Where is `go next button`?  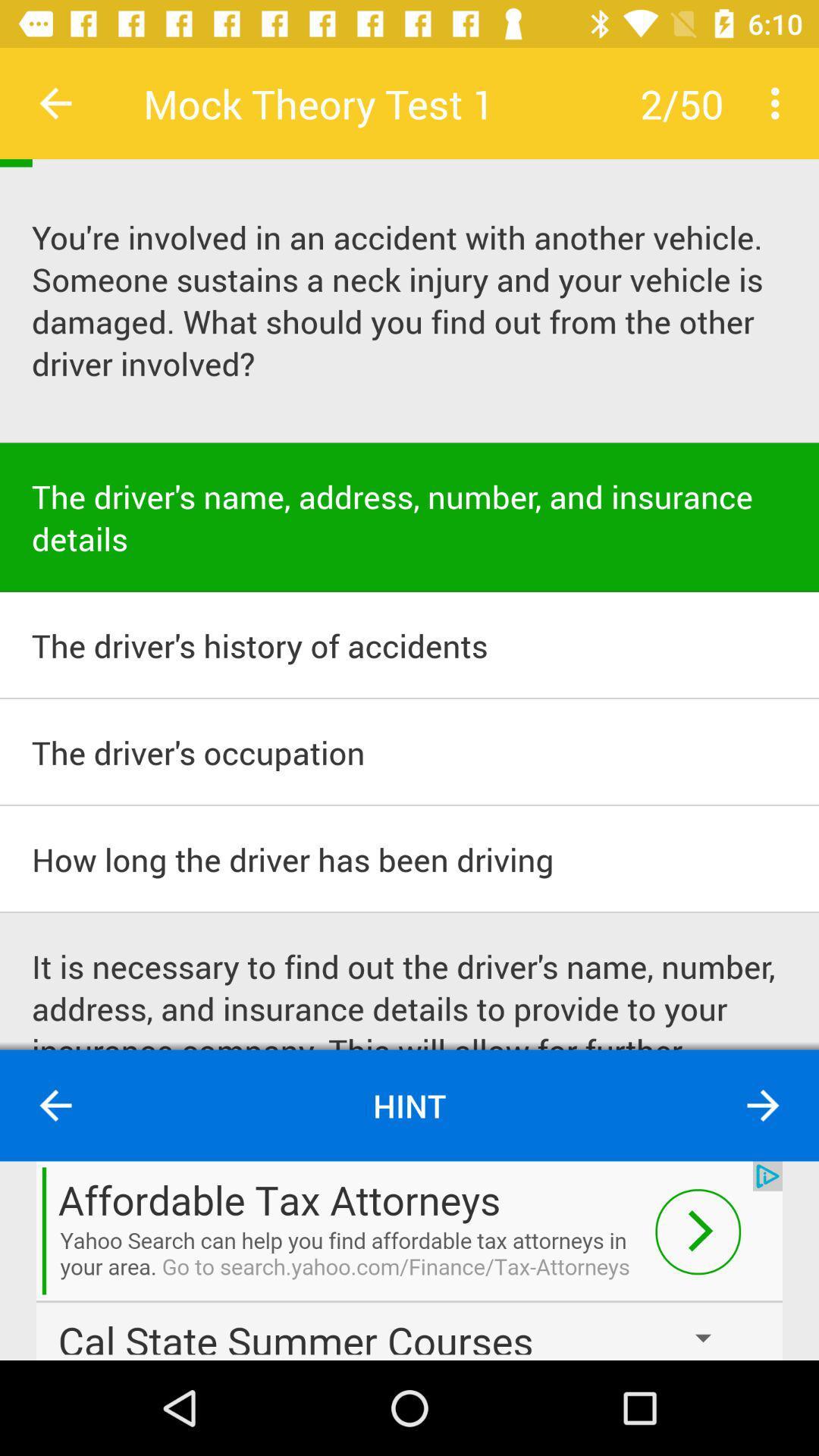 go next button is located at coordinates (763, 1106).